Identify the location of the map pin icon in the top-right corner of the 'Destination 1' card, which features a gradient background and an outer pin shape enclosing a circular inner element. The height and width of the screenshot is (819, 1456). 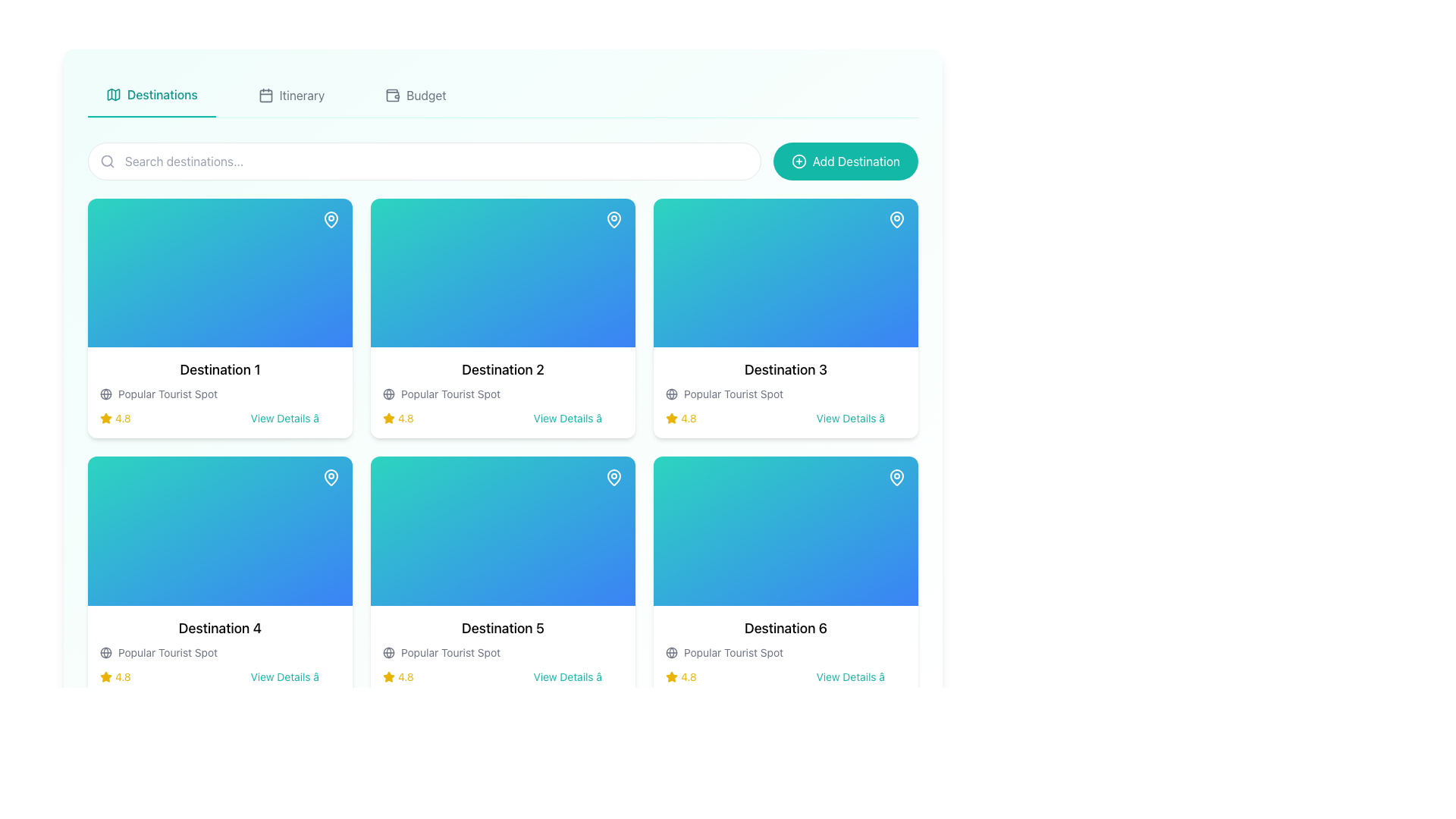
(330, 219).